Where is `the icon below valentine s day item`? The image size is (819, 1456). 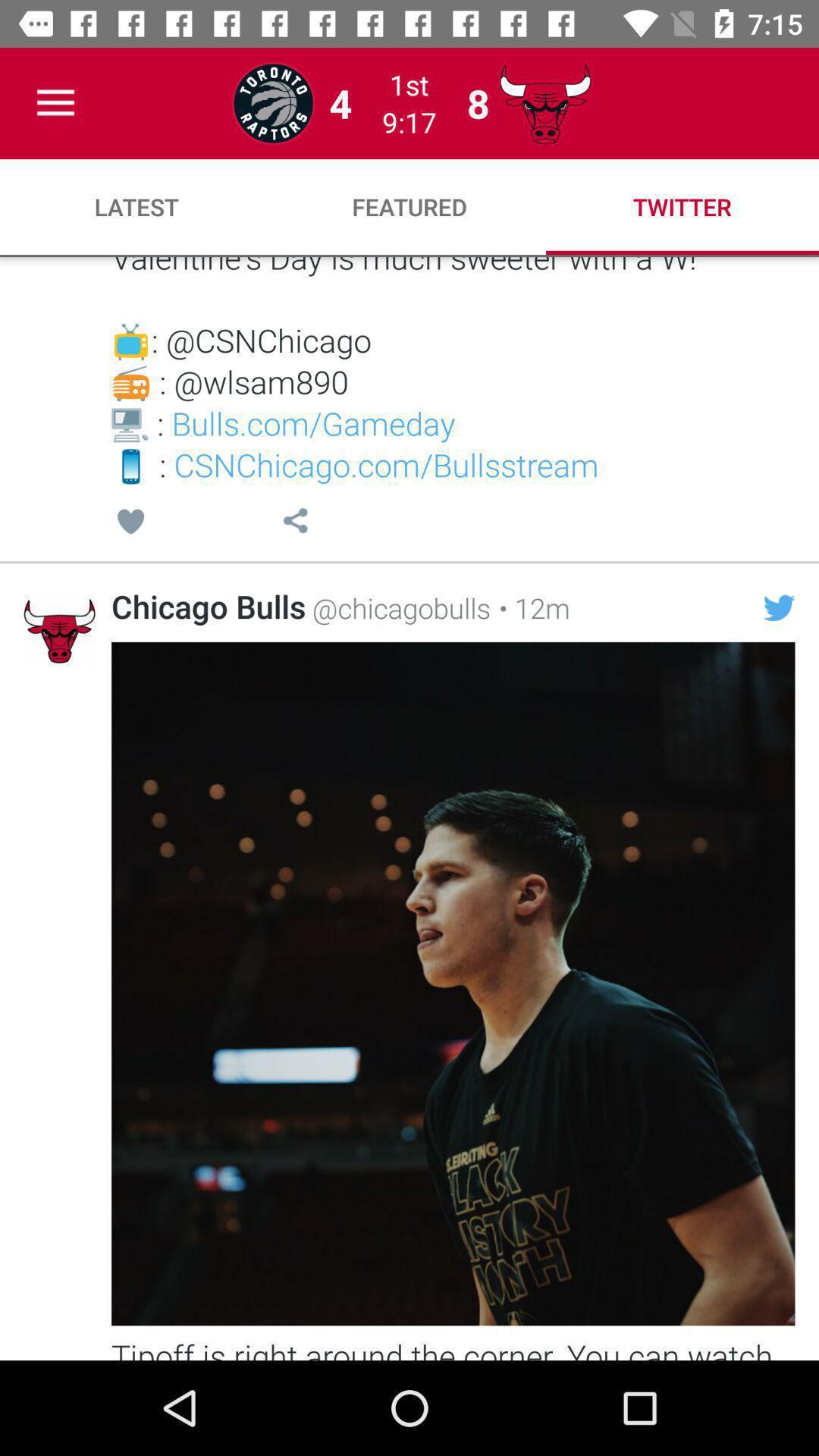
the icon below valentine s day item is located at coordinates (295, 523).